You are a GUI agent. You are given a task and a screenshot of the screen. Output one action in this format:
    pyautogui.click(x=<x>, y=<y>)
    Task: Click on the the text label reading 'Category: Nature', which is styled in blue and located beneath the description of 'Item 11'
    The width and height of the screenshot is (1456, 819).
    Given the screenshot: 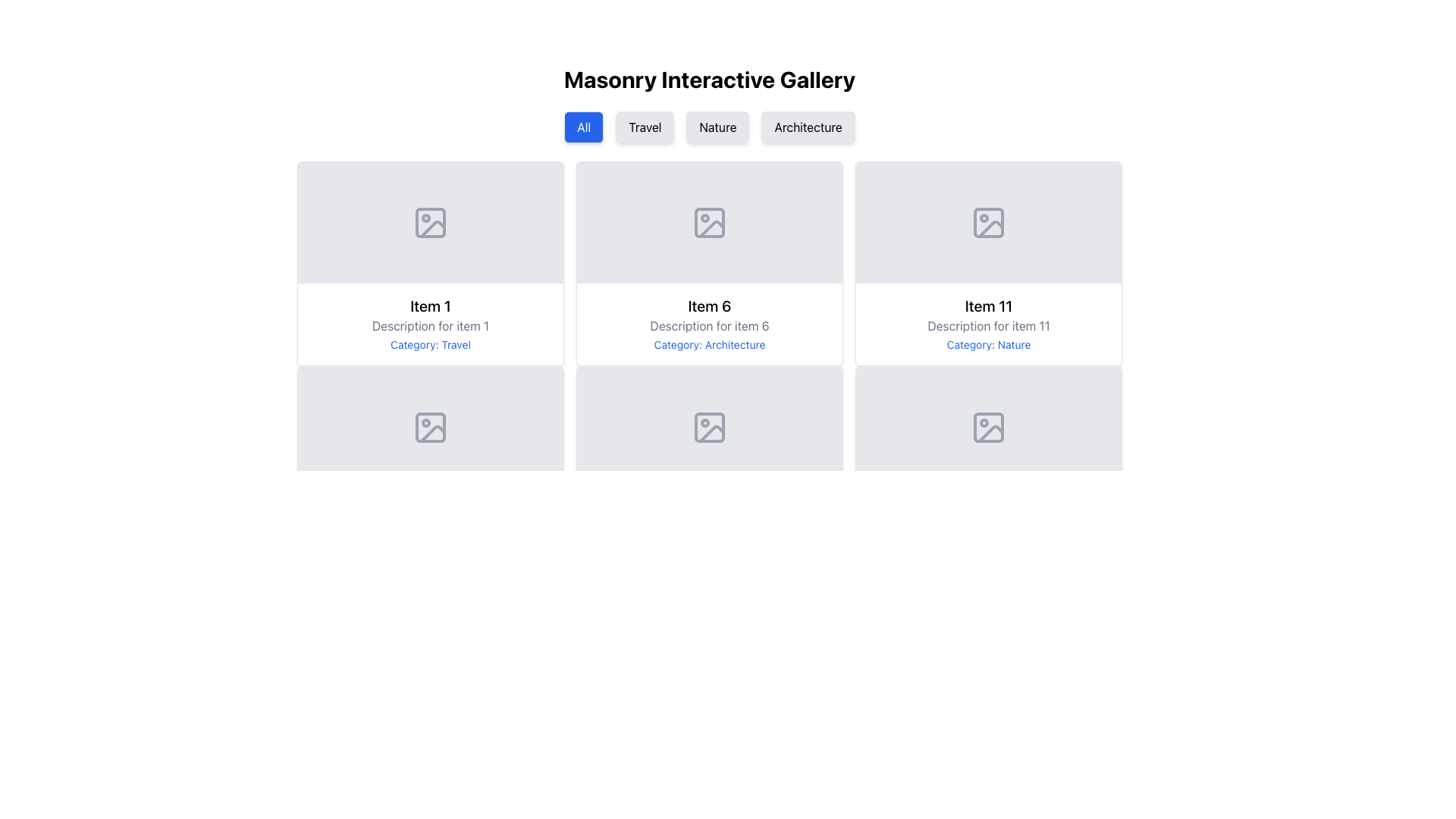 What is the action you would take?
    pyautogui.click(x=989, y=344)
    